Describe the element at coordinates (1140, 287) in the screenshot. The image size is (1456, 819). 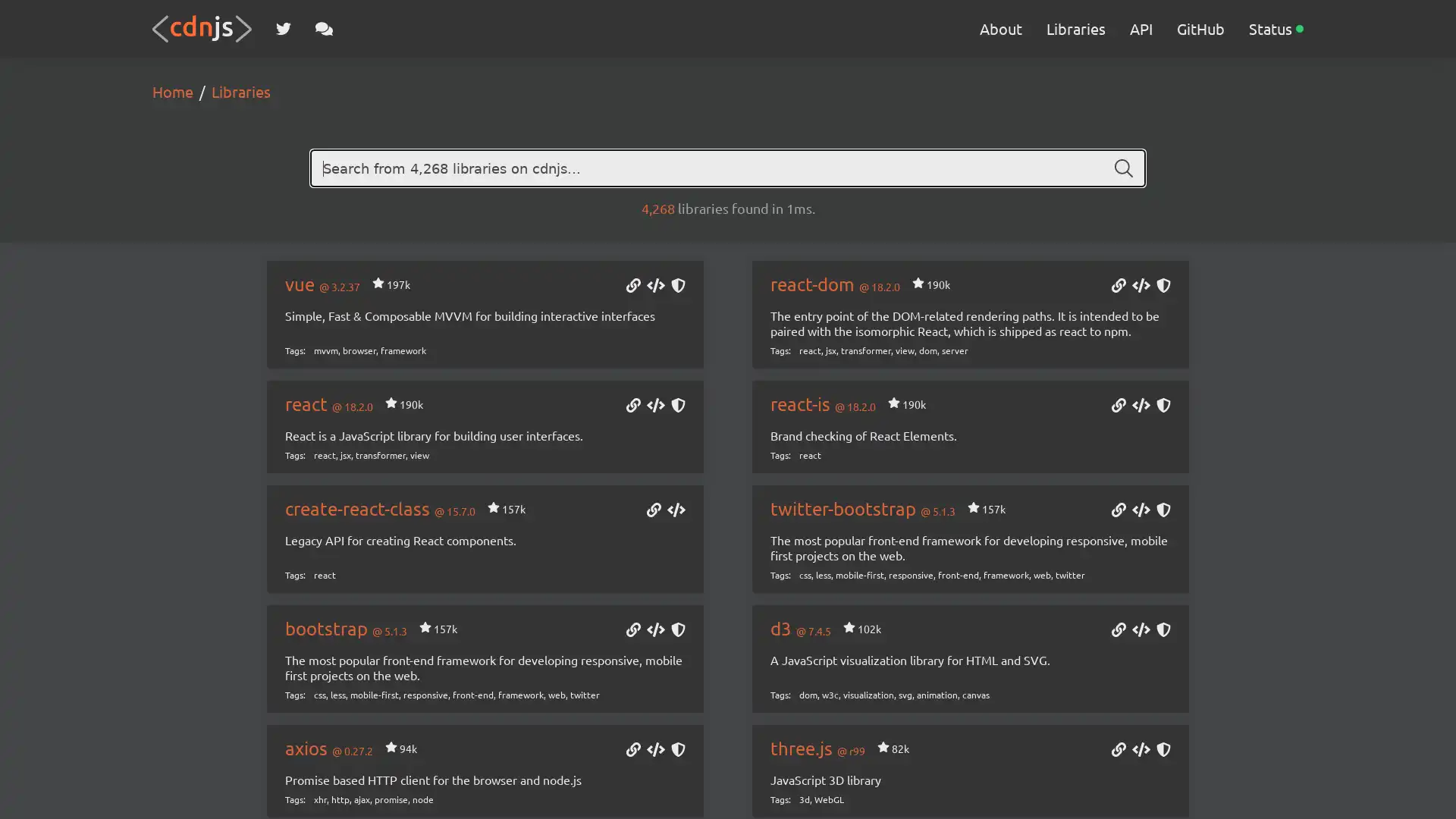
I see `Copy Script Tag` at that location.